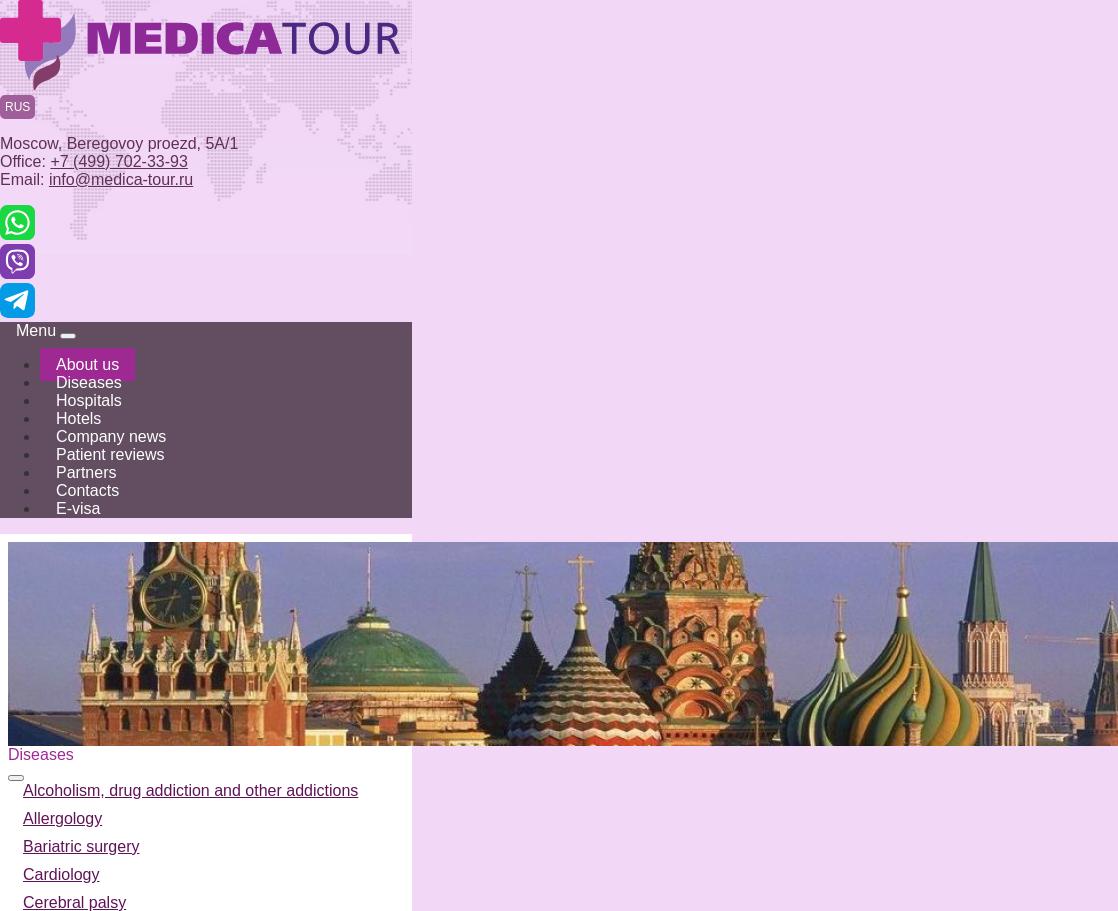 The width and height of the screenshot is (1118, 911). What do you see at coordinates (23, 817) in the screenshot?
I see `'Allergology'` at bounding box center [23, 817].